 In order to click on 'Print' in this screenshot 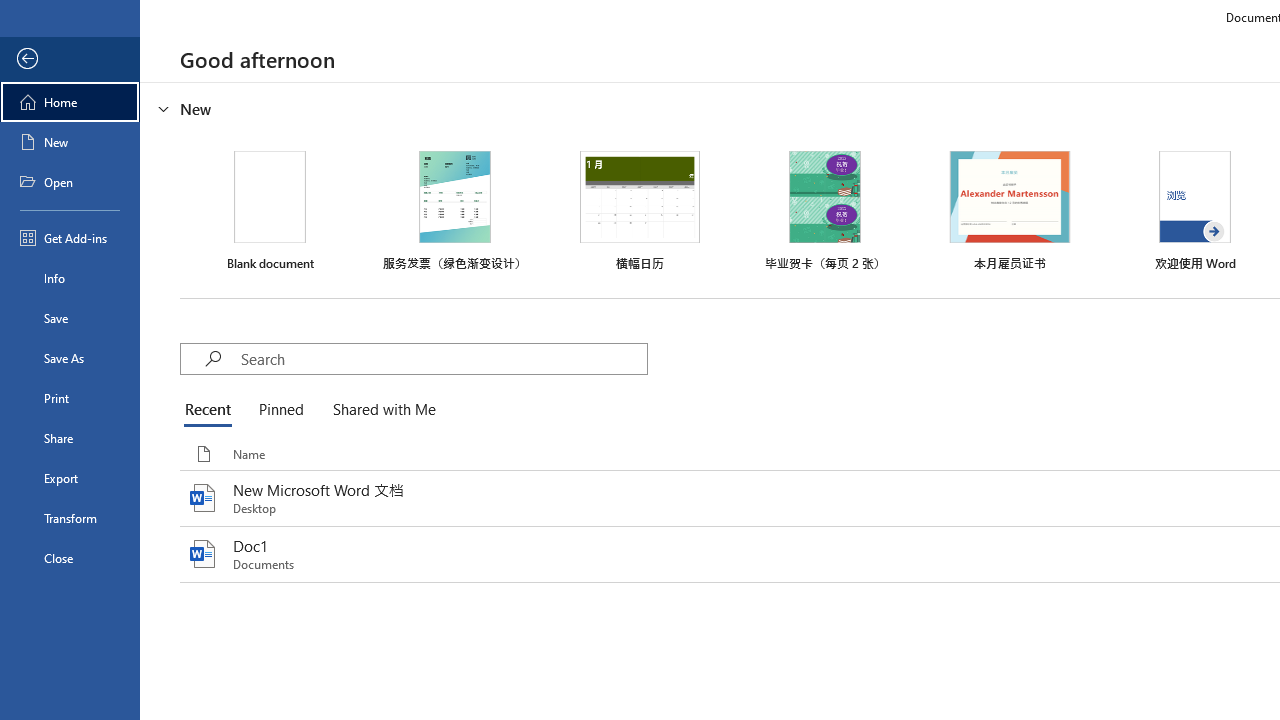, I will do `click(69, 398)`.